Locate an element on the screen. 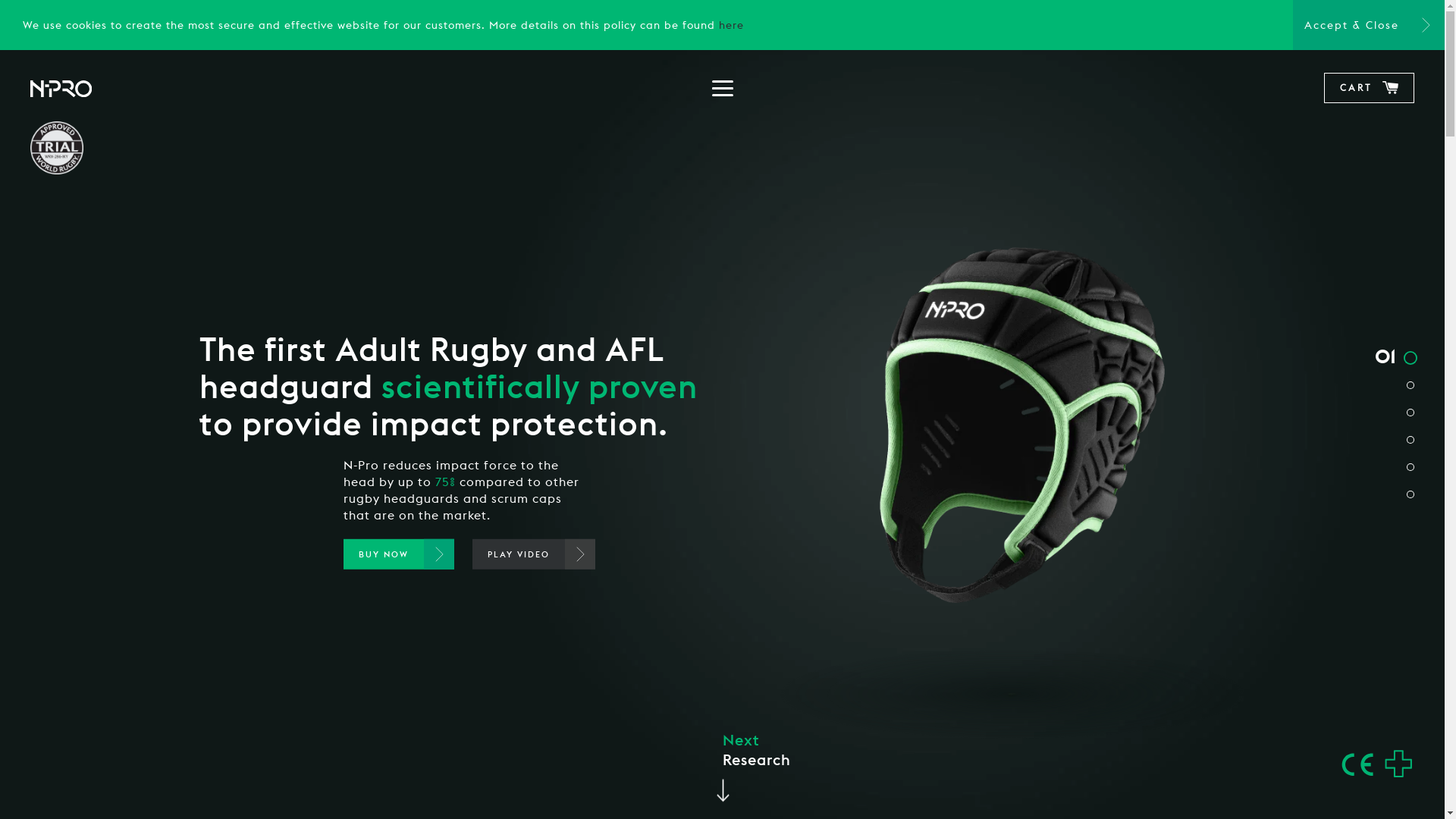 The image size is (1456, 819). 'CART' is located at coordinates (1369, 87).